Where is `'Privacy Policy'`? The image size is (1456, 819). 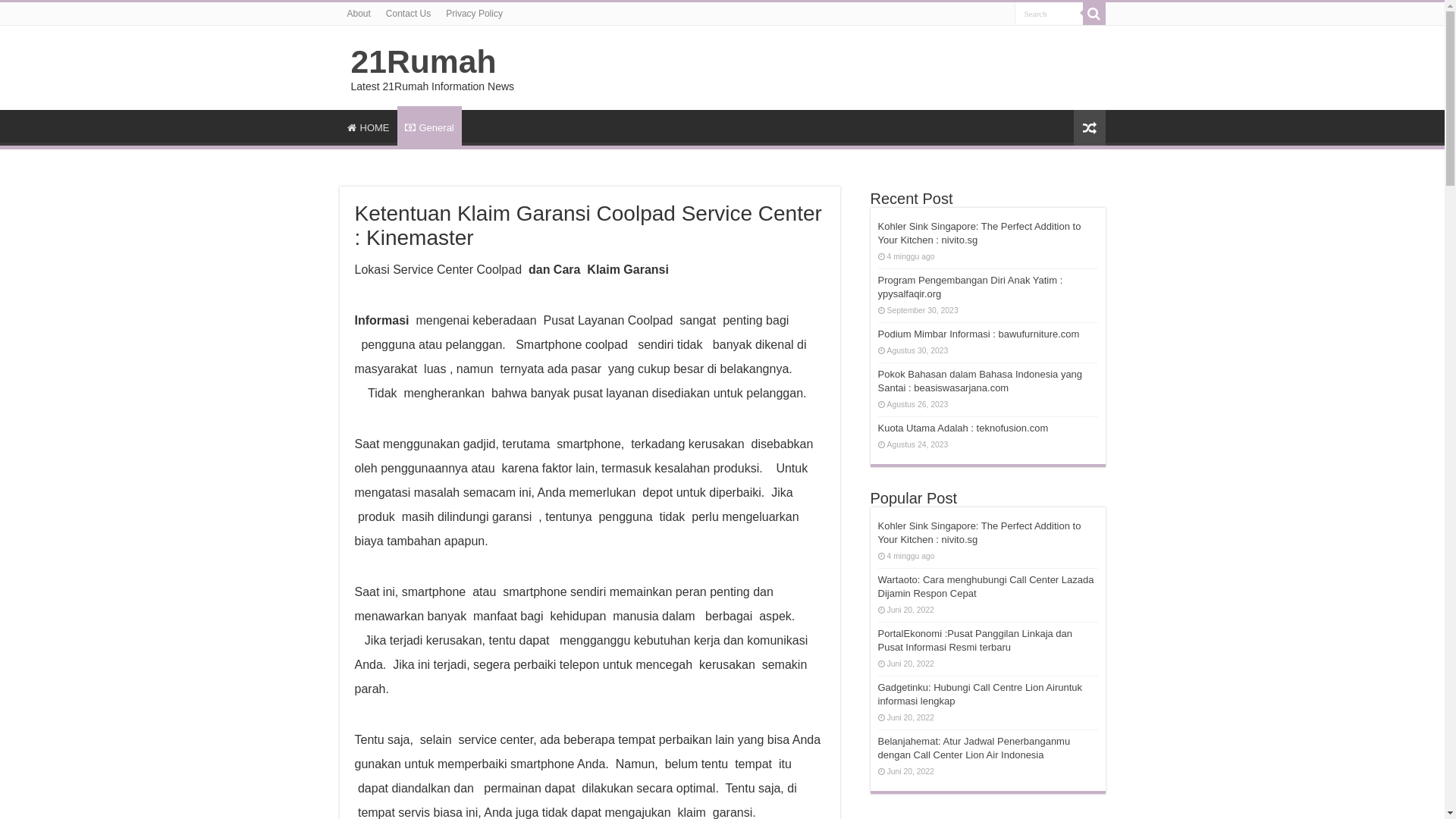
'Privacy Policy' is located at coordinates (473, 14).